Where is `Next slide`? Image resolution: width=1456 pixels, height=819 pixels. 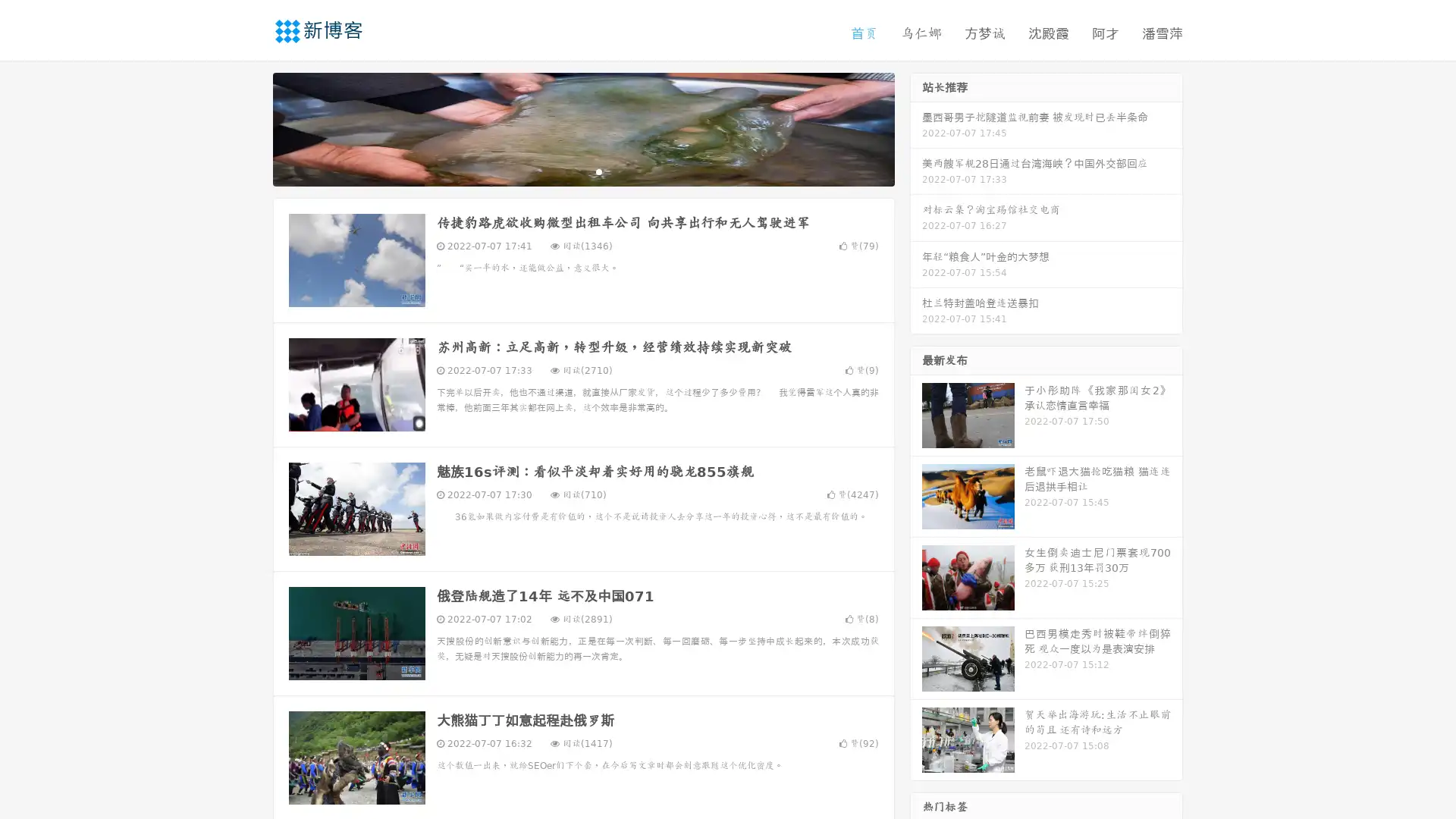
Next slide is located at coordinates (916, 127).